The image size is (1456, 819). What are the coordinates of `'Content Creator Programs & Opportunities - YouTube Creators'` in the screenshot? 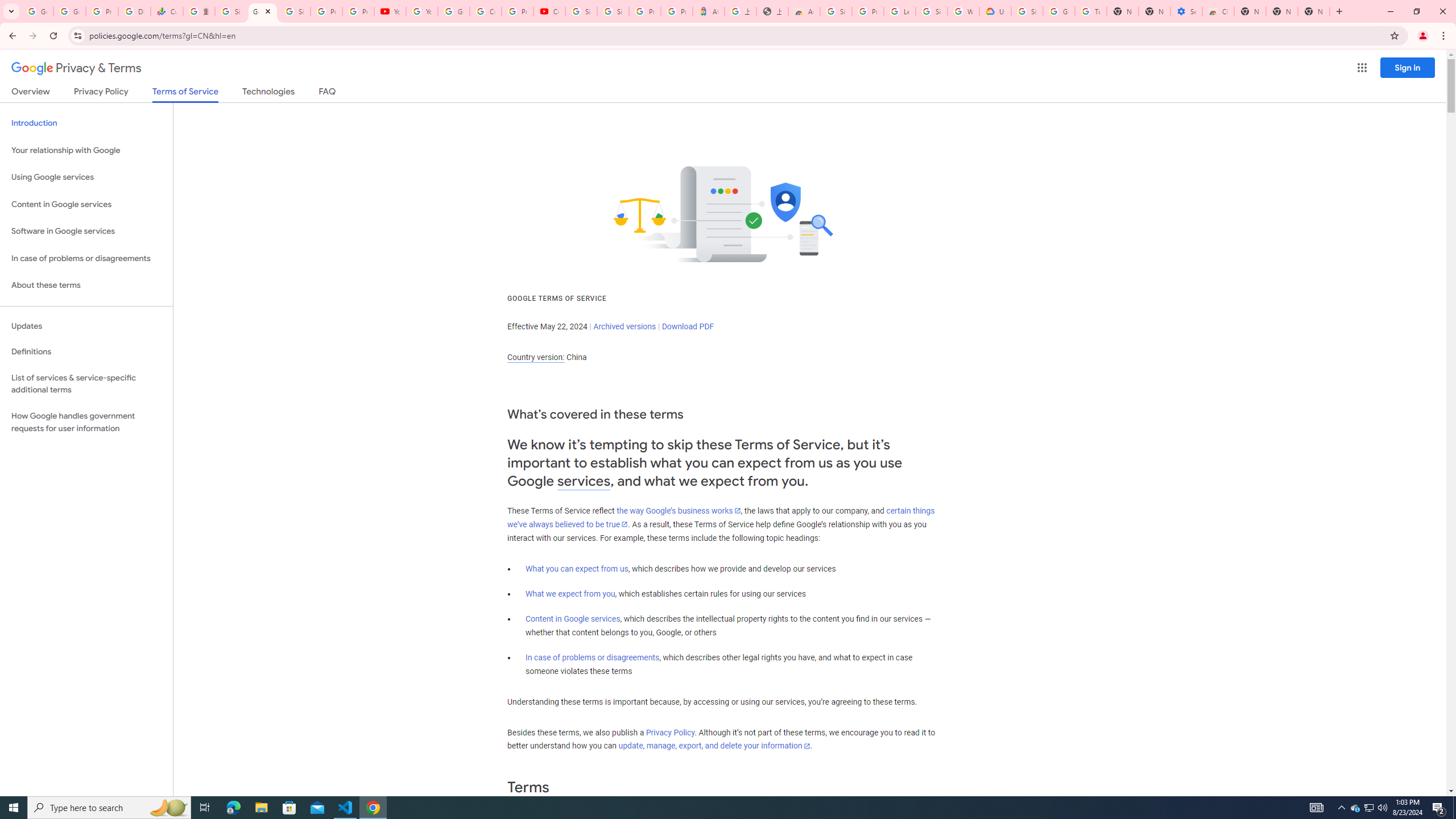 It's located at (549, 11).